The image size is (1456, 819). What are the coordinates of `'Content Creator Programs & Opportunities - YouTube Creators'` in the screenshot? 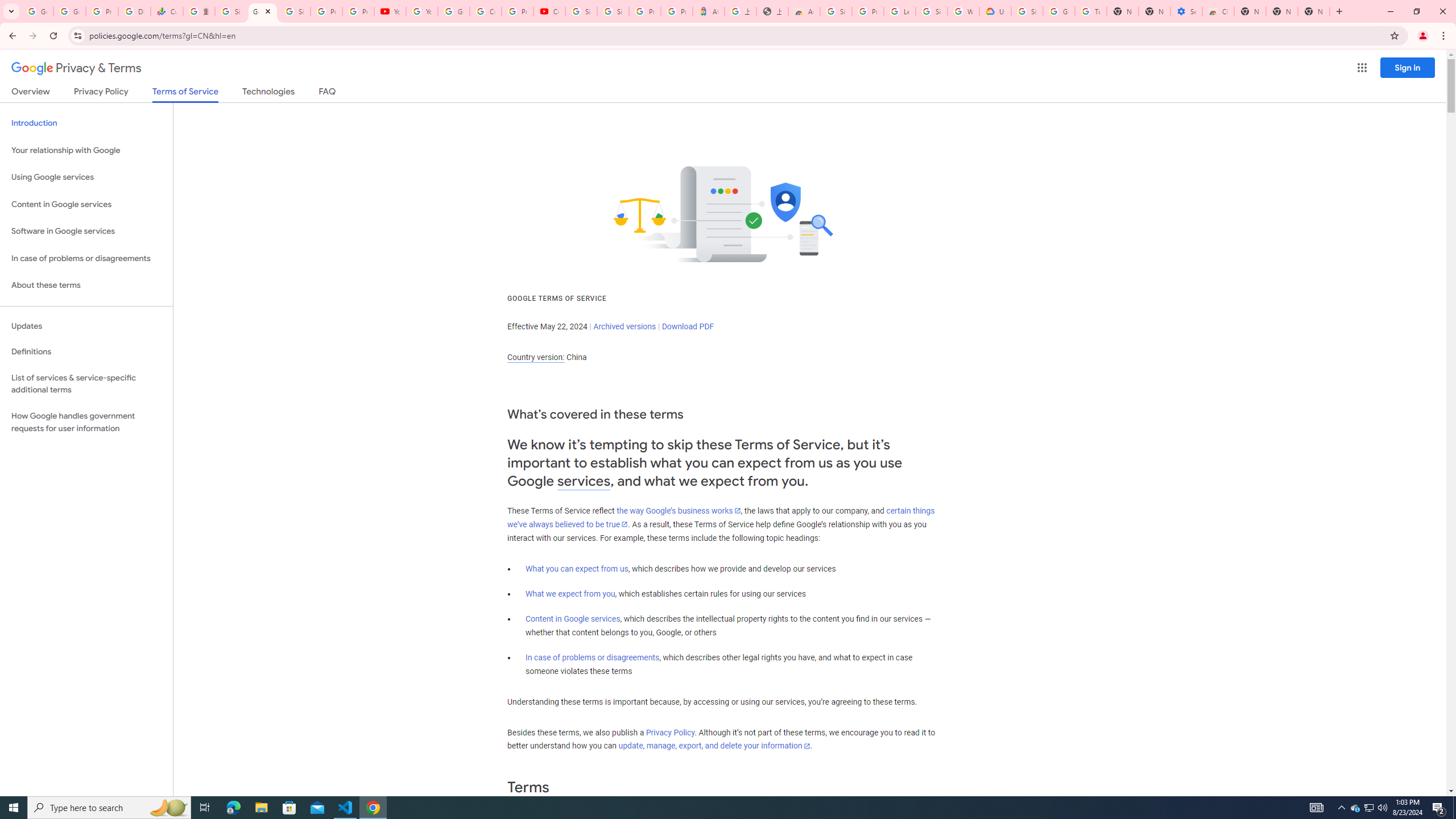 It's located at (549, 11).